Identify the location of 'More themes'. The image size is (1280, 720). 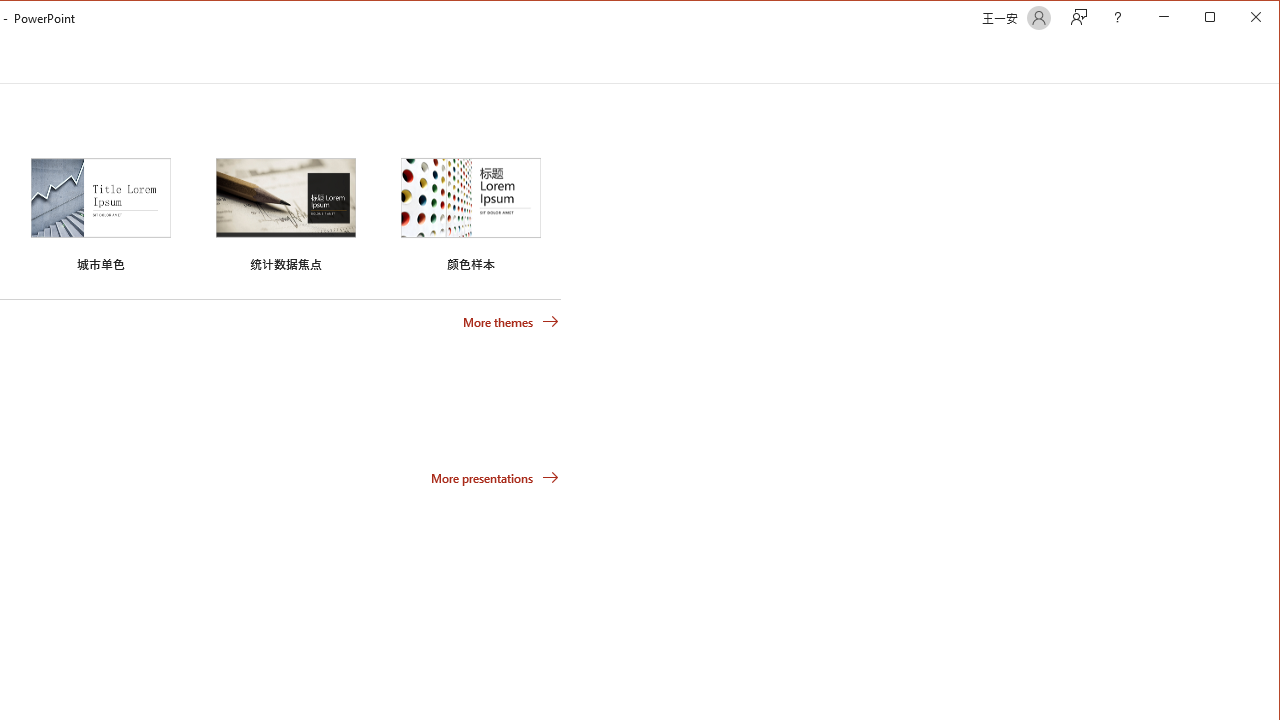
(510, 320).